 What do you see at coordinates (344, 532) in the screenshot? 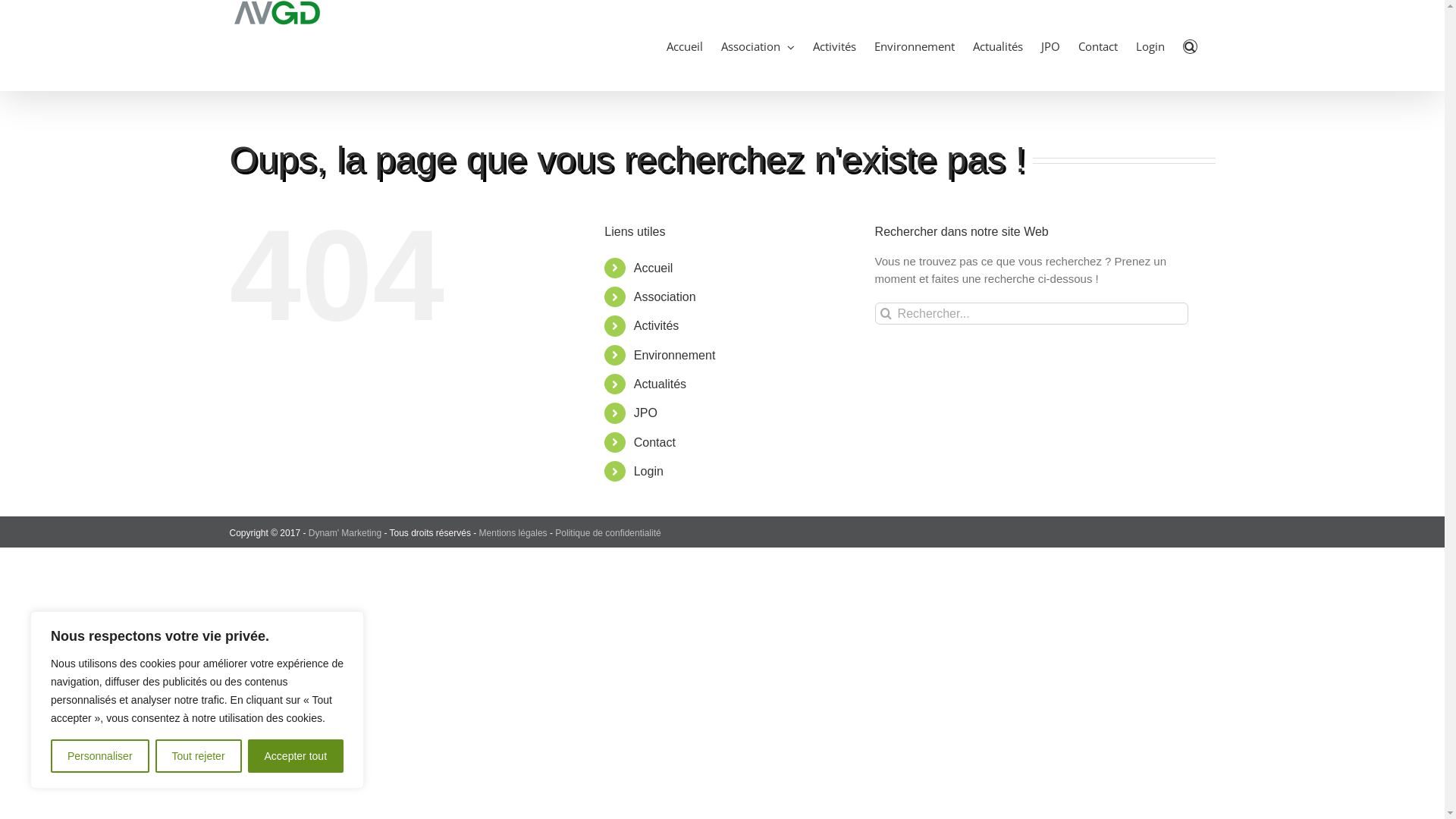
I see `'Dynam' Marketing'` at bounding box center [344, 532].